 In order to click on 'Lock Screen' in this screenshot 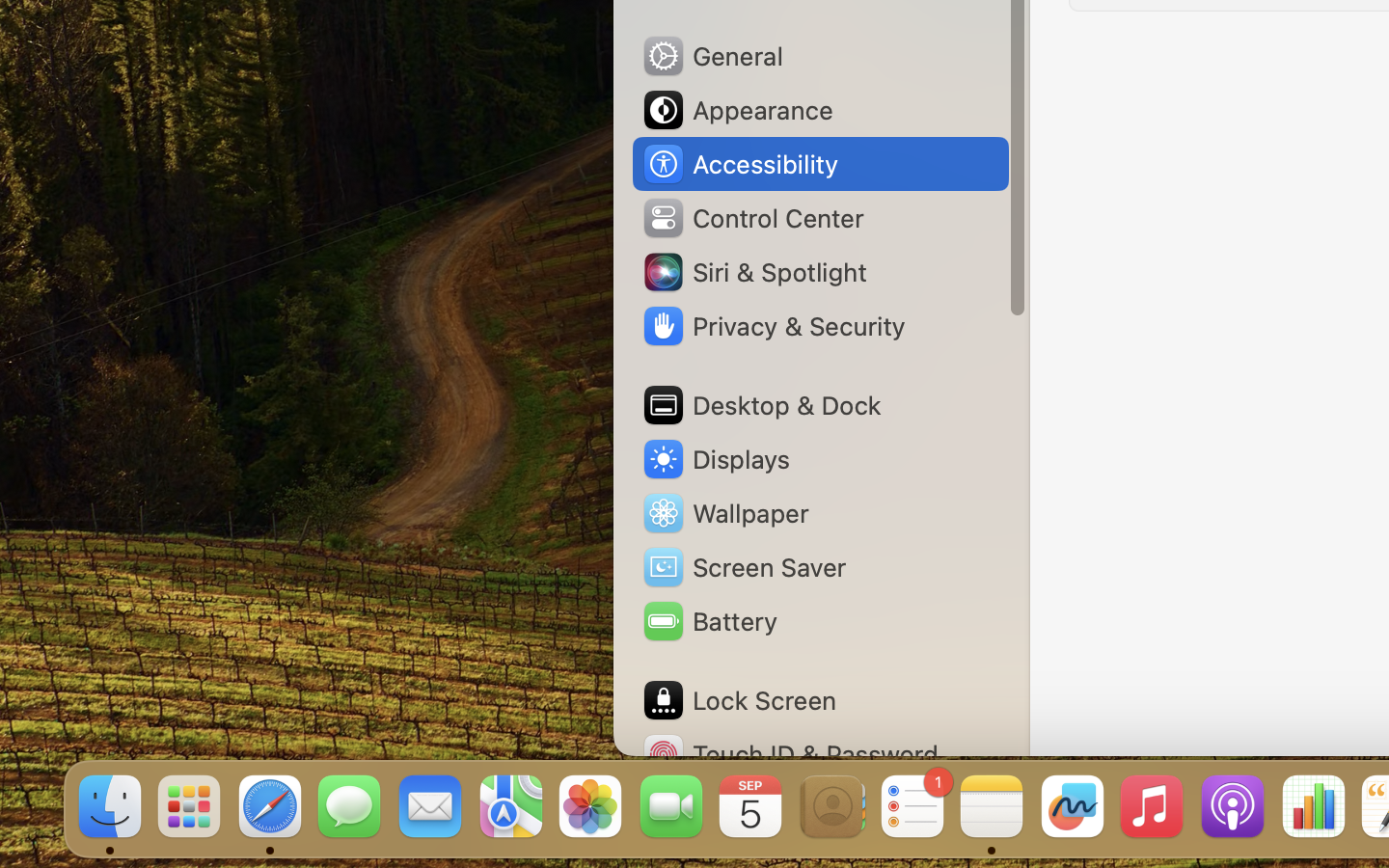, I will do `click(737, 699)`.